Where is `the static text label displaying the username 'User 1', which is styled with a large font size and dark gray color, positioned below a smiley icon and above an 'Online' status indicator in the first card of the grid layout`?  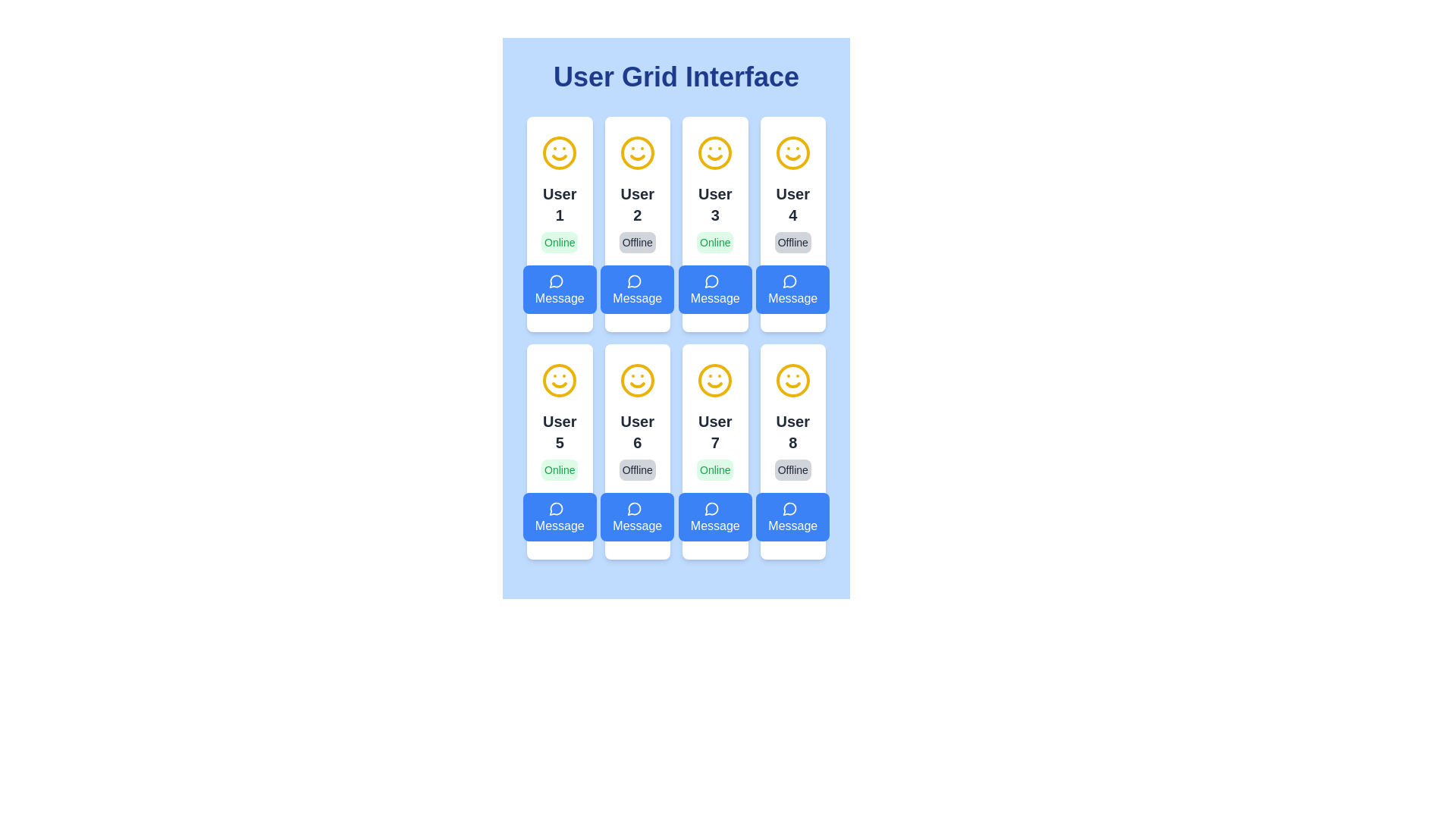 the static text label displaying the username 'User 1', which is styled with a large font size and dark gray color, positioned below a smiley icon and above an 'Online' status indicator in the first card of the grid layout is located at coordinates (559, 205).